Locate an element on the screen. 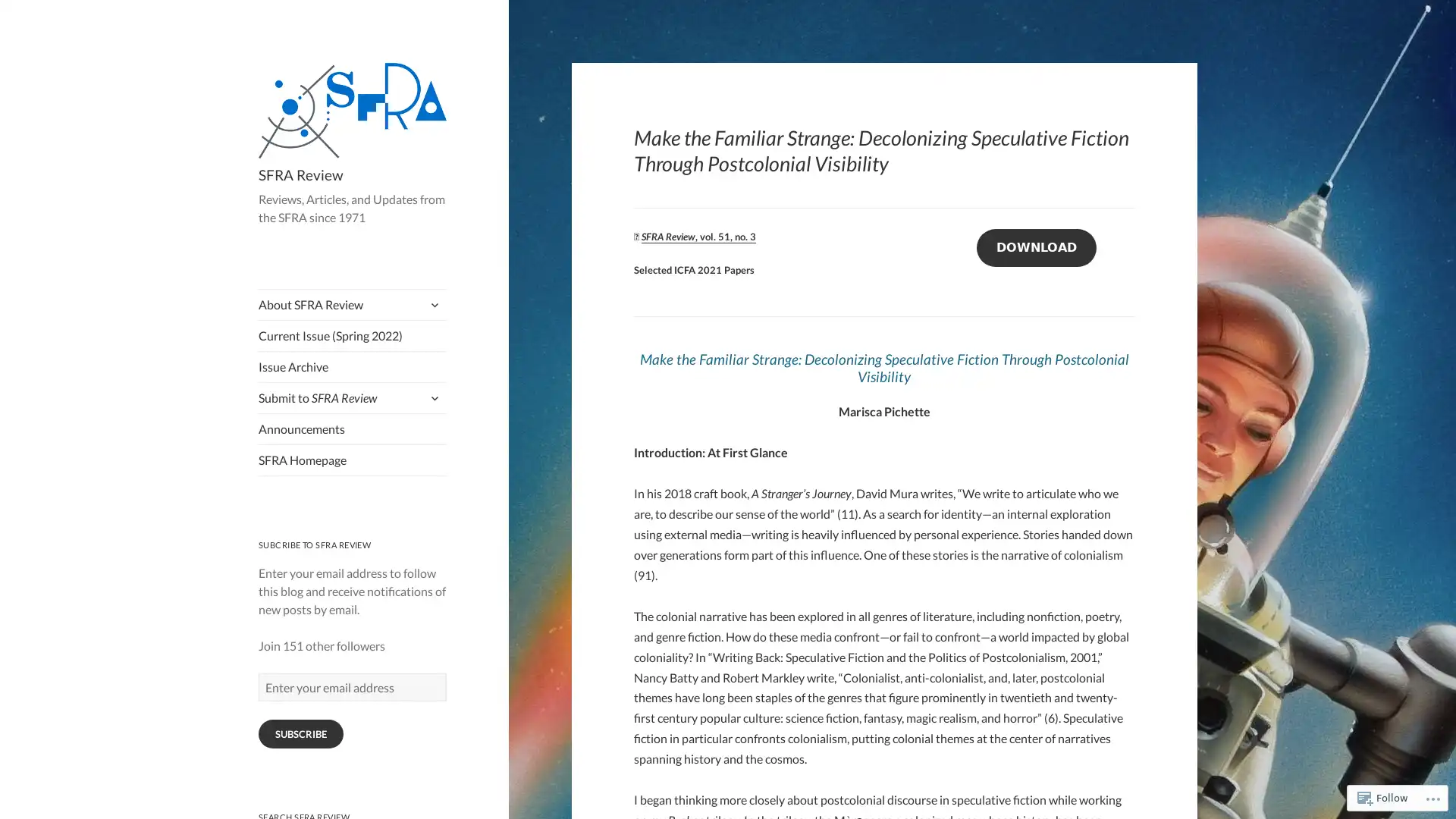 The image size is (1456, 819). expand child menu is located at coordinates (432, 304).